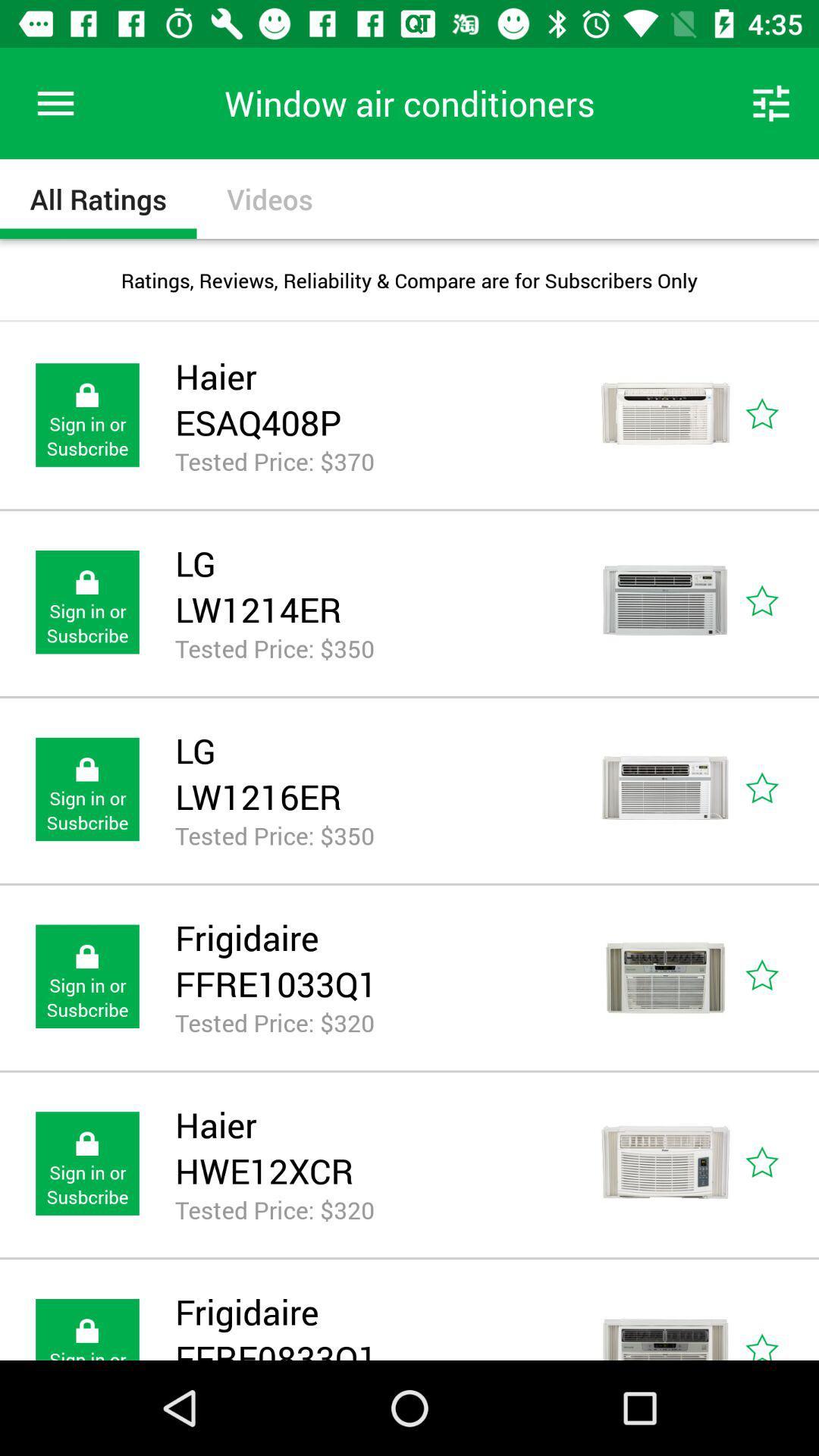  Describe the element at coordinates (779, 601) in the screenshot. I see `mark as a favorite` at that location.